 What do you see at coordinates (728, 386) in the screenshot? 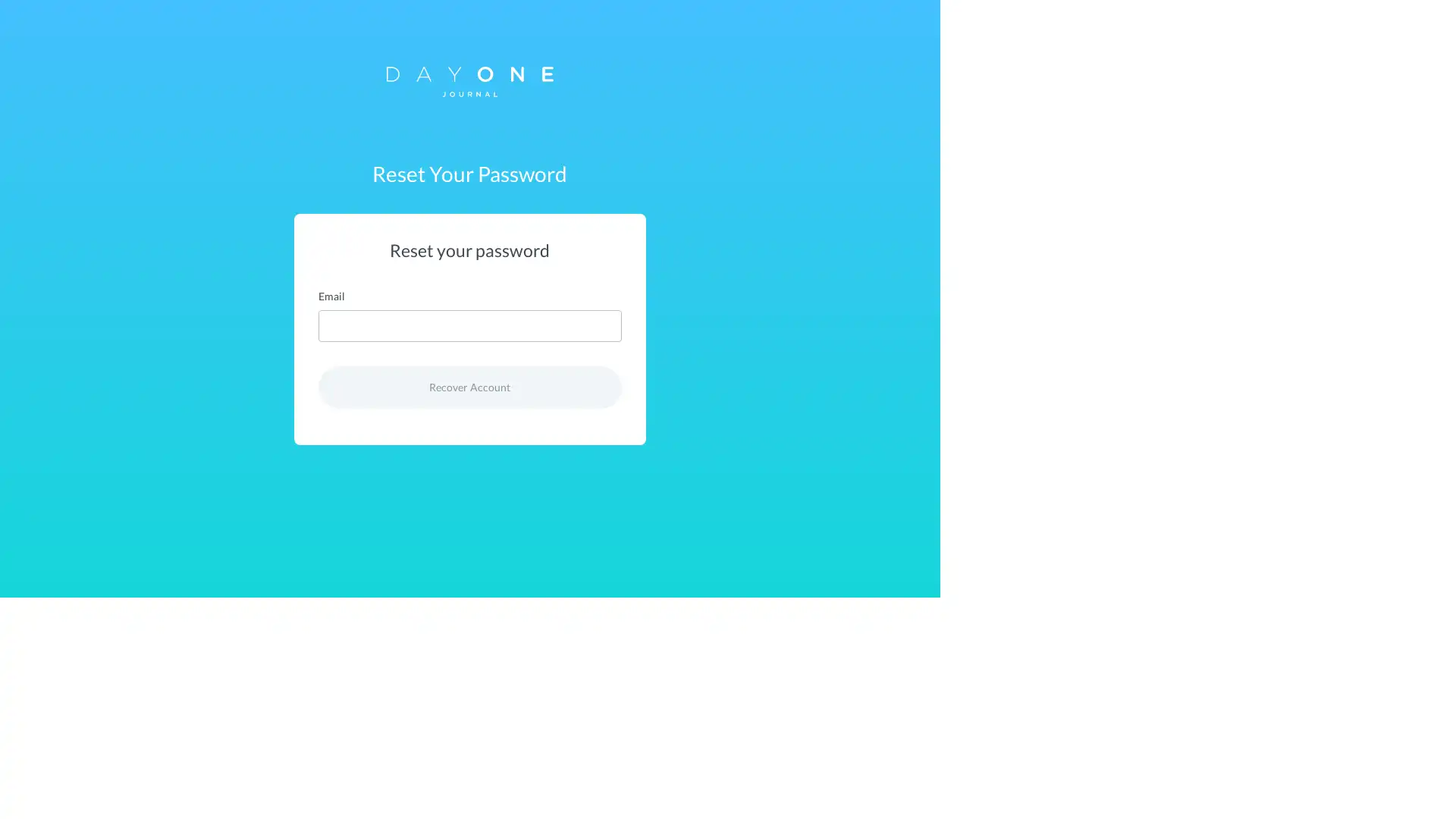
I see `Recover Account` at bounding box center [728, 386].